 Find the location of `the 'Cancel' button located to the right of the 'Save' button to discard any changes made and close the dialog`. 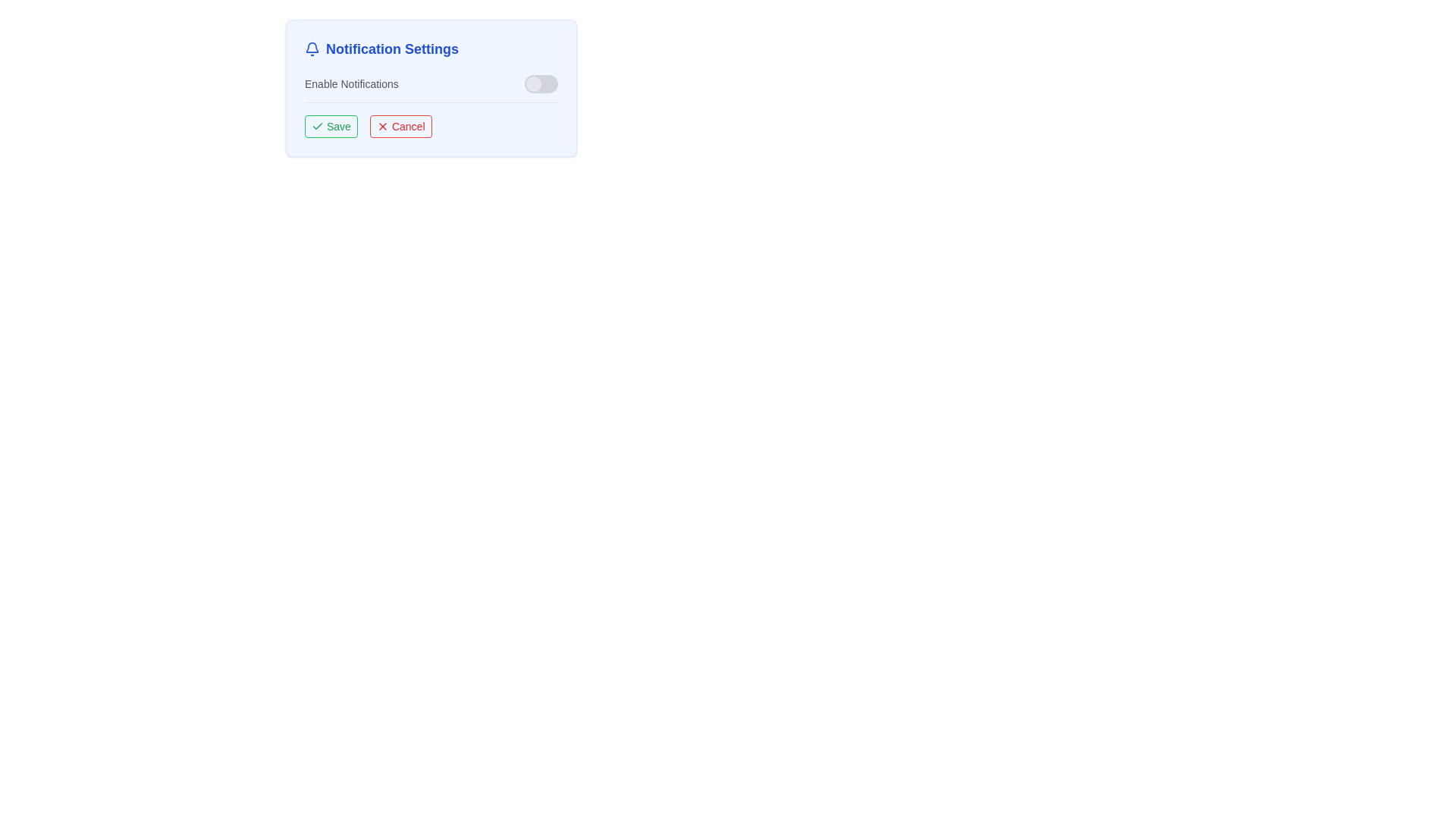

the 'Cancel' button located to the right of the 'Save' button to discard any changes made and close the dialog is located at coordinates (400, 125).